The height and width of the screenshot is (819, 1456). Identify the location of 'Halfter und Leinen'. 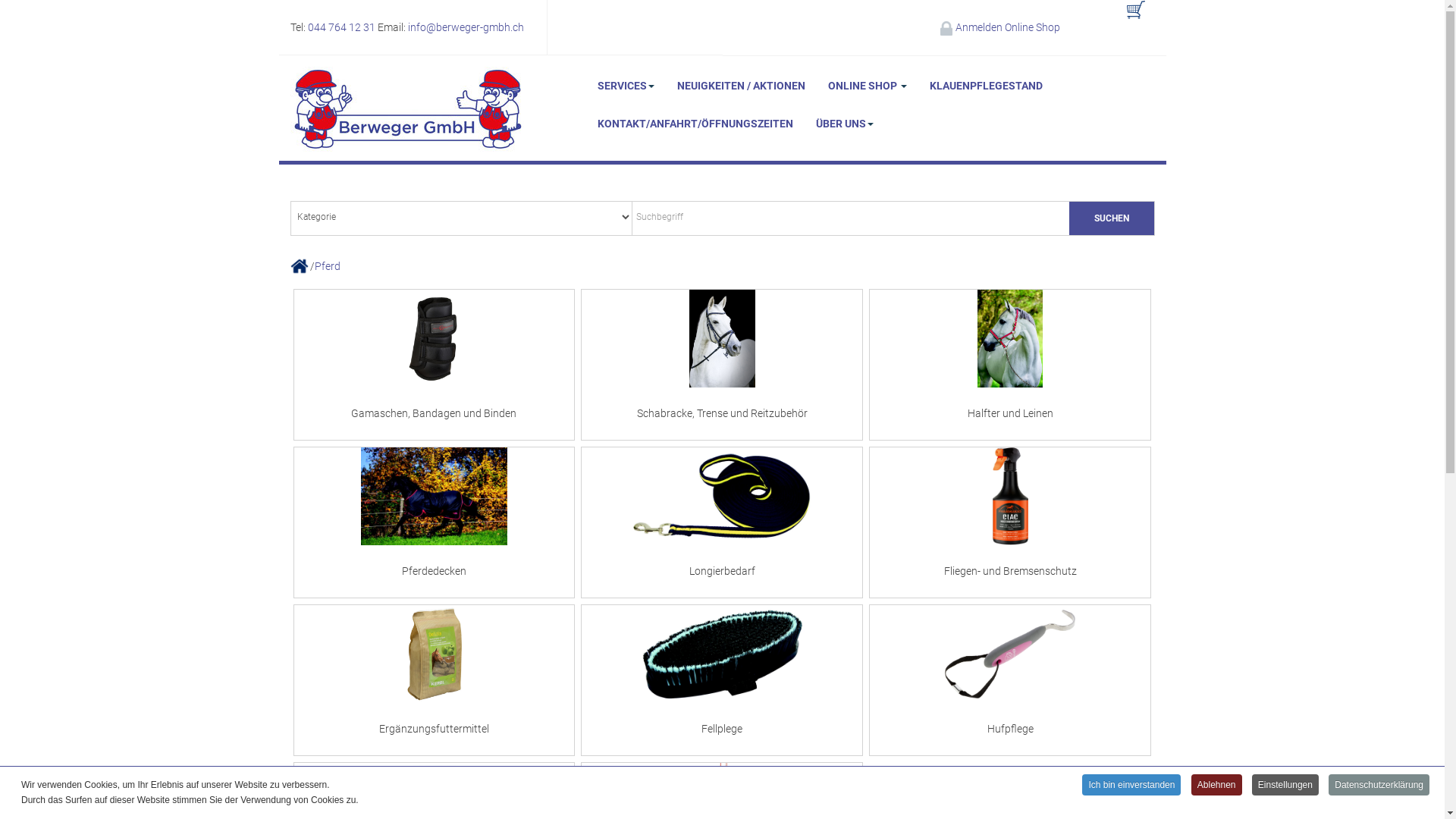
(1010, 365).